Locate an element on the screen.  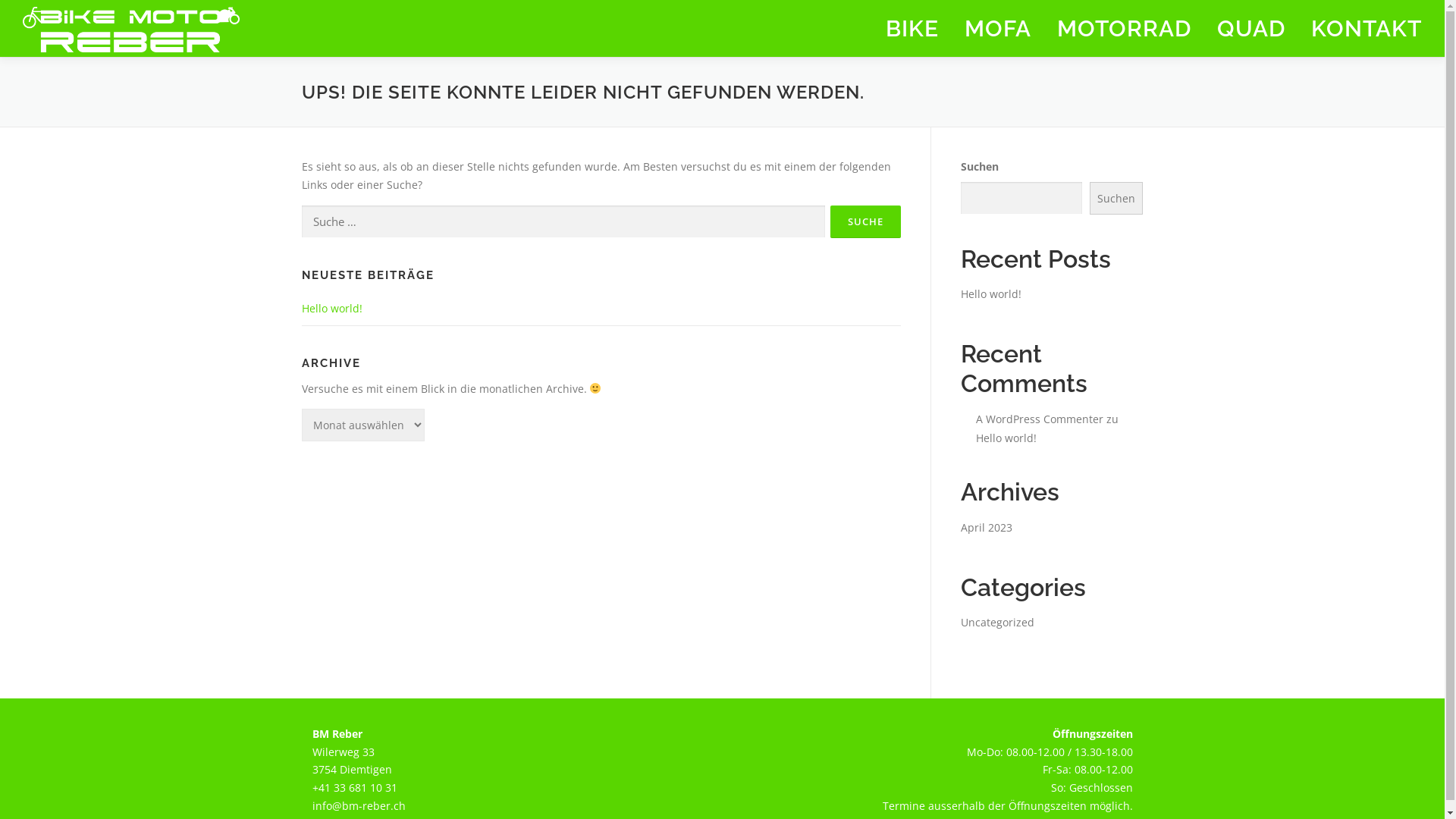
'Uncategorized' is located at coordinates (996, 622).